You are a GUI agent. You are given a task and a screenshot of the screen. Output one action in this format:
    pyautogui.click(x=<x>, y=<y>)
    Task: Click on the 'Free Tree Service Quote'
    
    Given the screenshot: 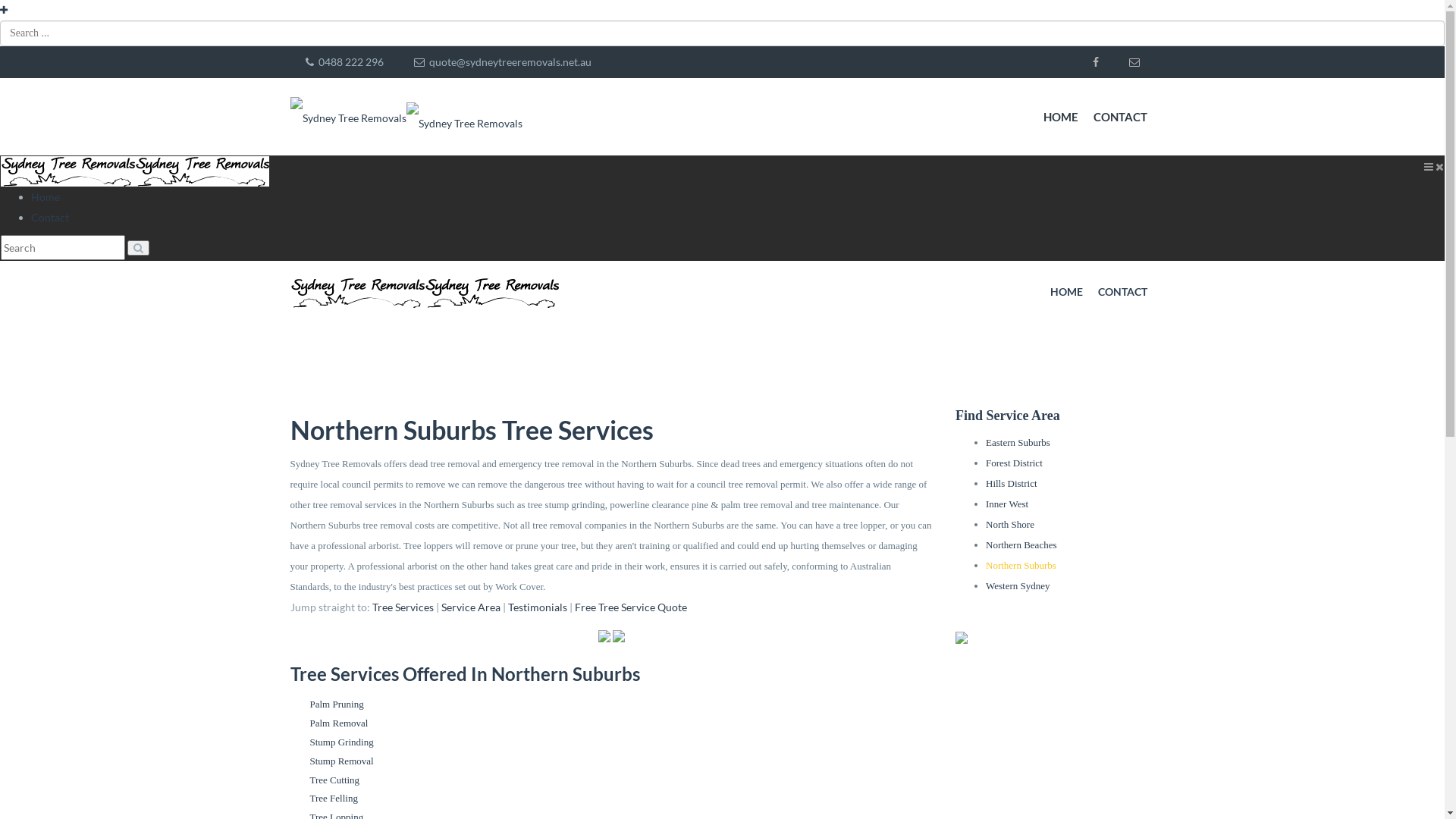 What is the action you would take?
    pyautogui.click(x=574, y=606)
    